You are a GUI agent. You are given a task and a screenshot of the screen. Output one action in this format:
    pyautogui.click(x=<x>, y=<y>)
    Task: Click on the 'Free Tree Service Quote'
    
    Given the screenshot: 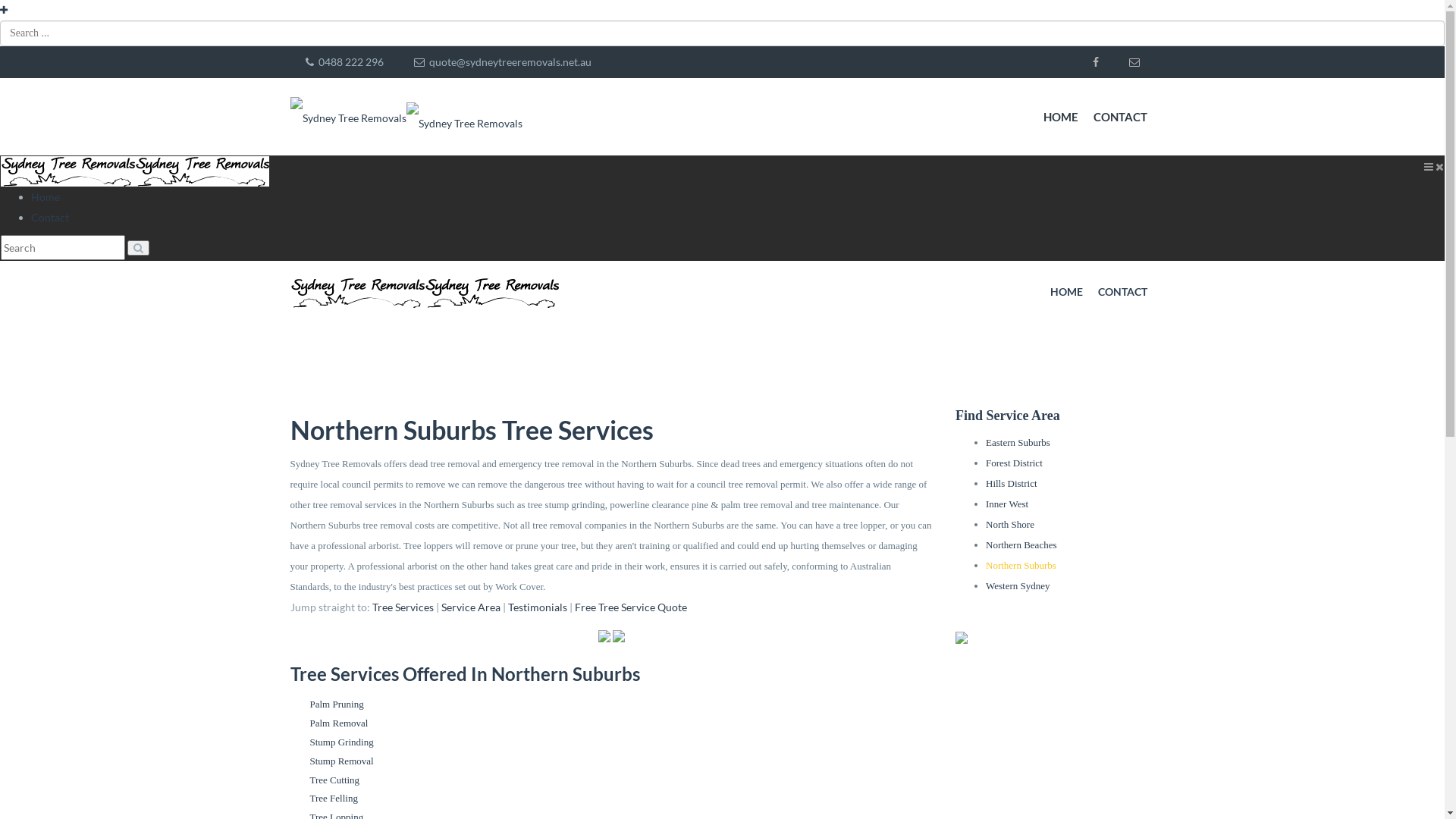 What is the action you would take?
    pyautogui.click(x=574, y=606)
    